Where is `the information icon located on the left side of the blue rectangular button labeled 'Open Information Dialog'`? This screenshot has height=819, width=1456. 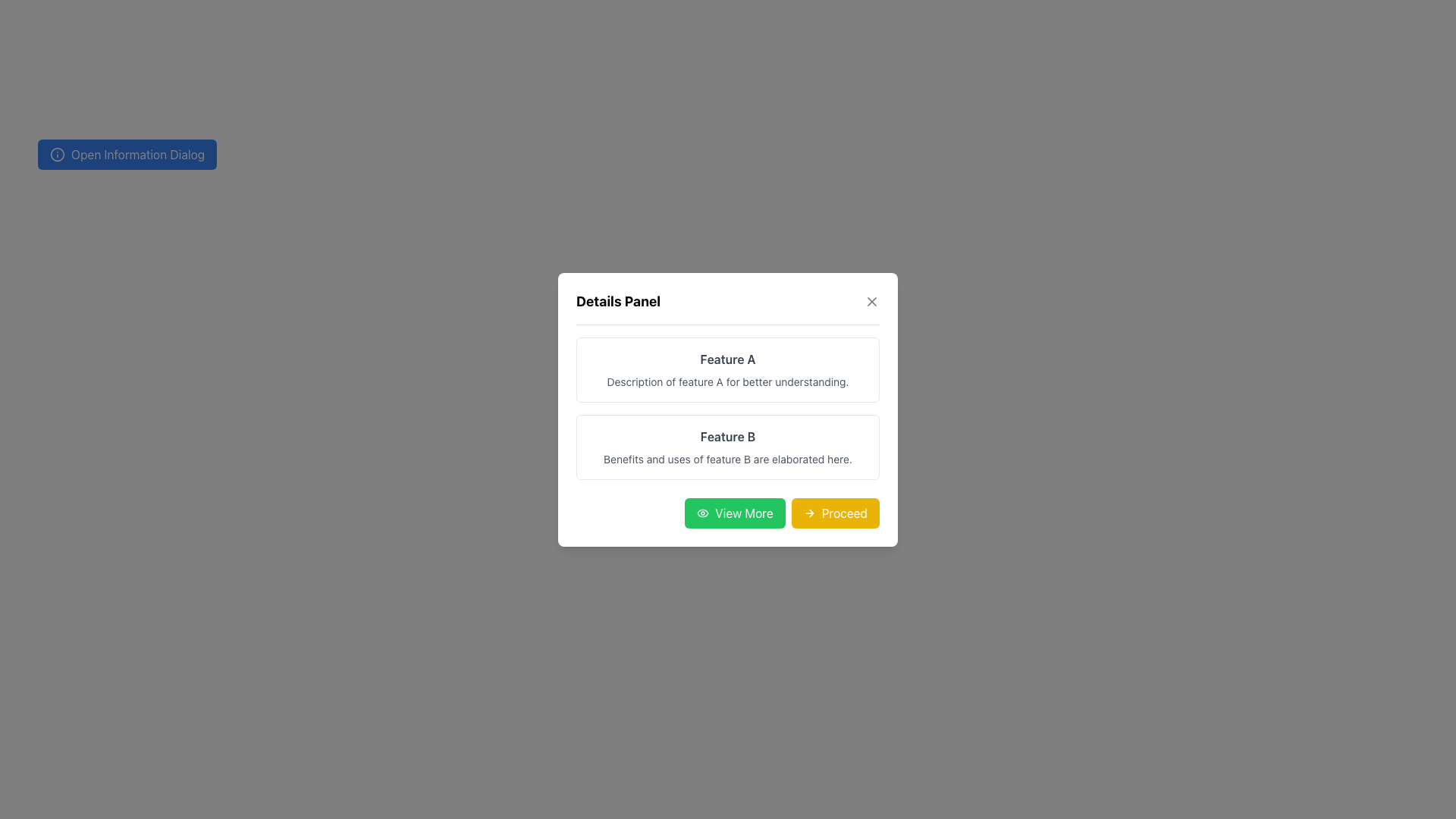
the information icon located on the left side of the blue rectangular button labeled 'Open Information Dialog' is located at coordinates (58, 155).